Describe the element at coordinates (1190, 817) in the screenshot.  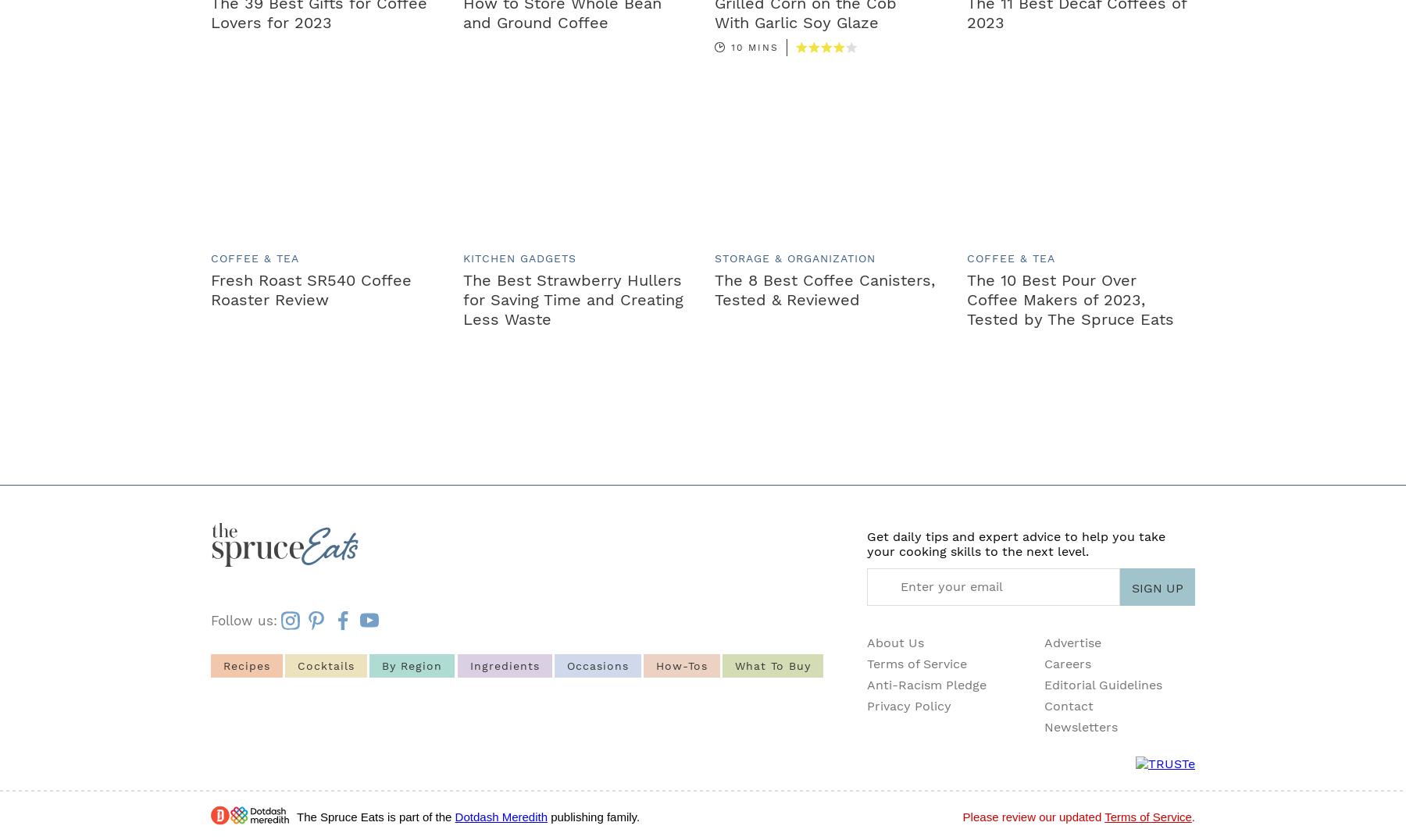
I see `'.'` at that location.